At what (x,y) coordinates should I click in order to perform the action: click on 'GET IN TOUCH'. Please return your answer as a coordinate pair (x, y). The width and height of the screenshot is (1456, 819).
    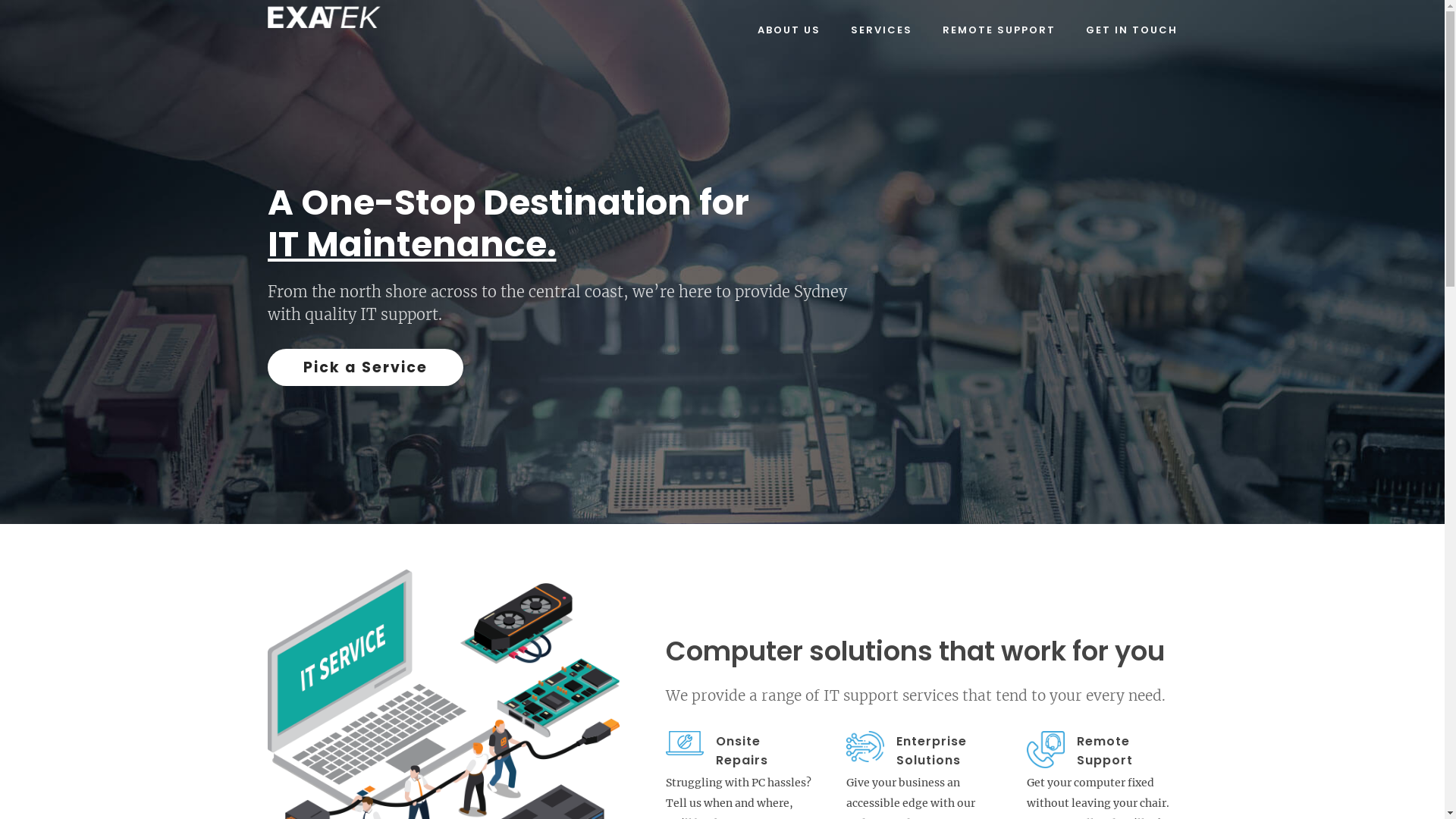
    Looking at the image, I should click on (1131, 30).